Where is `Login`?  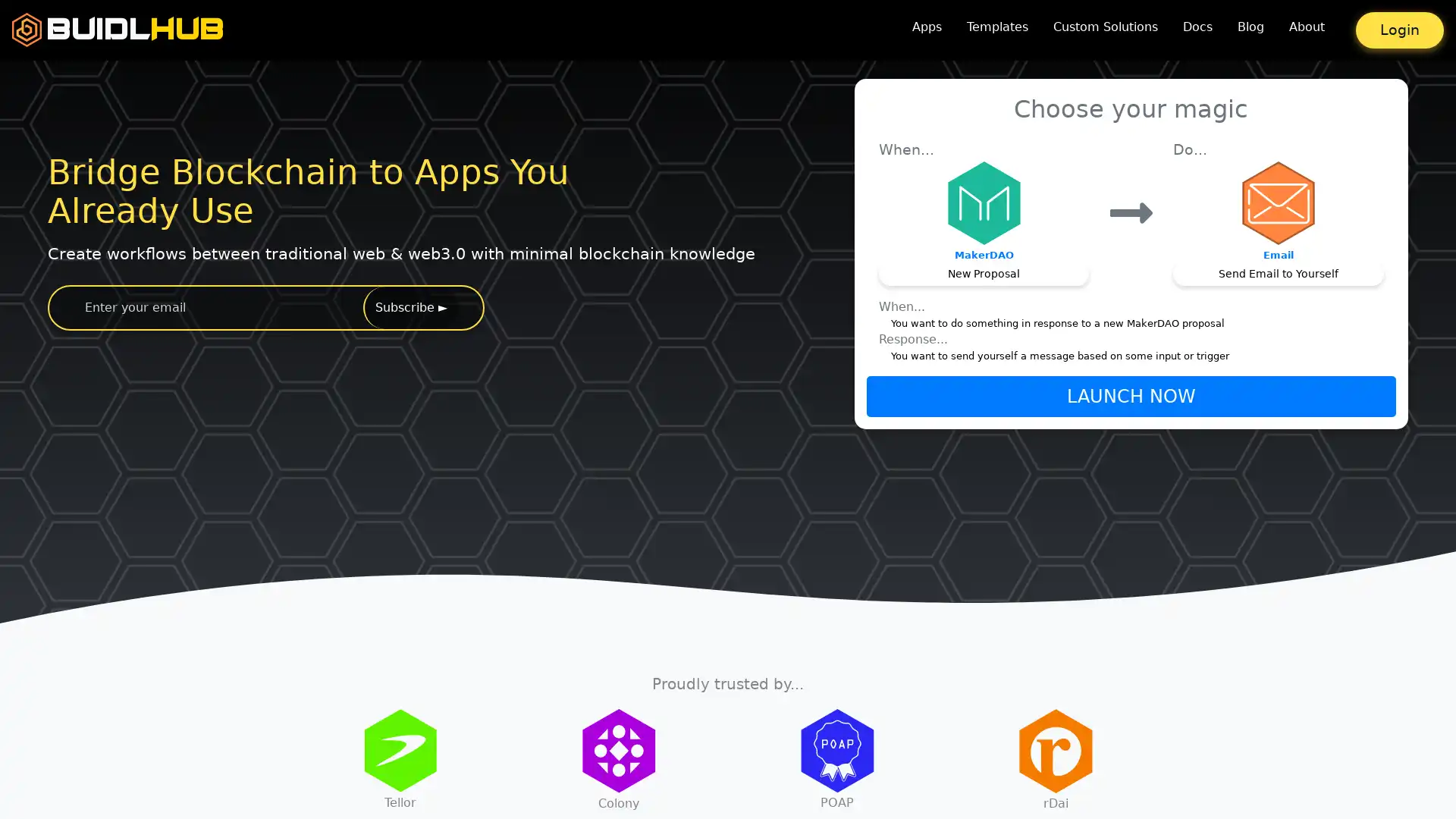
Login is located at coordinates (1399, 30).